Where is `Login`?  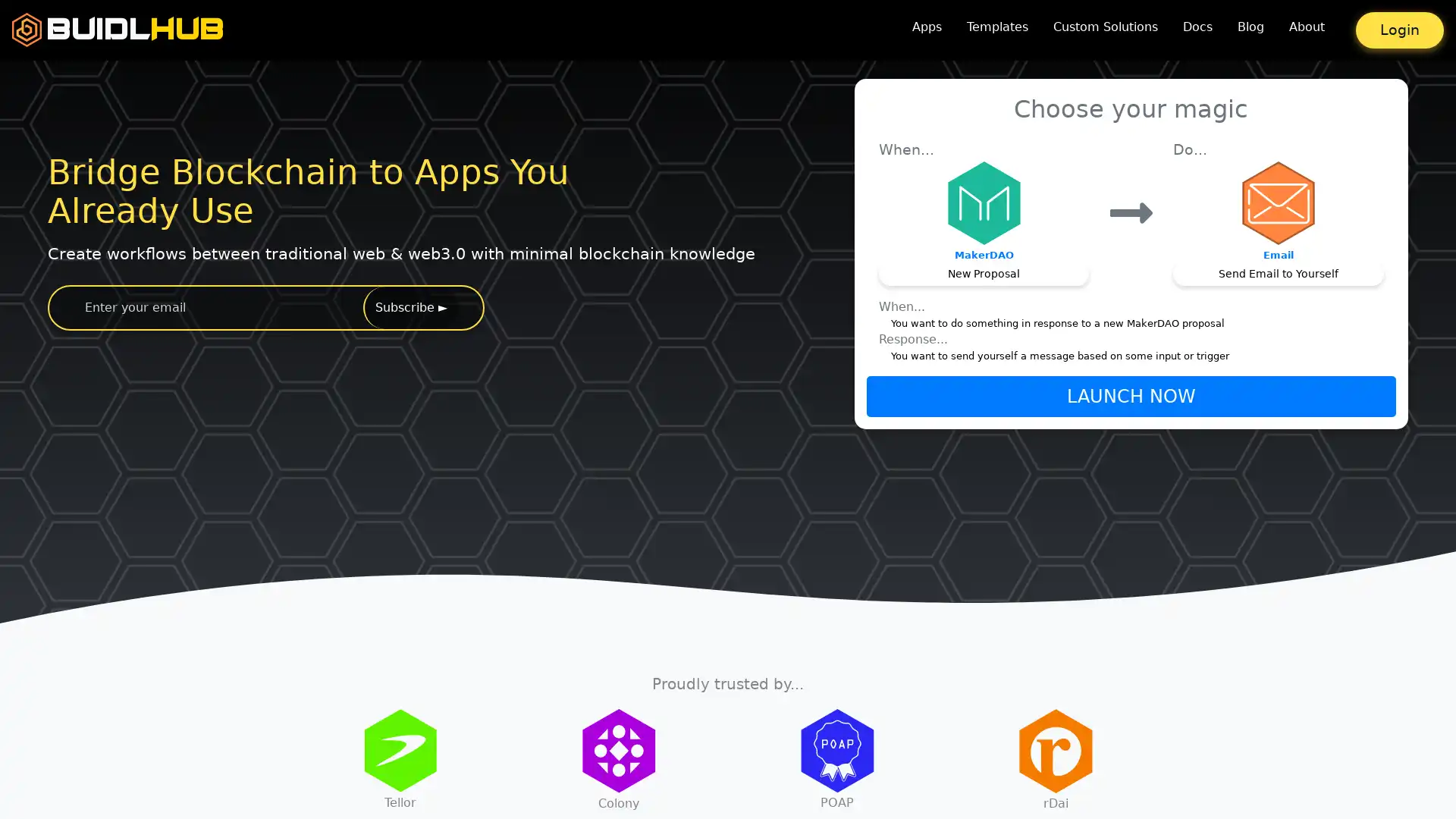
Login is located at coordinates (1399, 30).